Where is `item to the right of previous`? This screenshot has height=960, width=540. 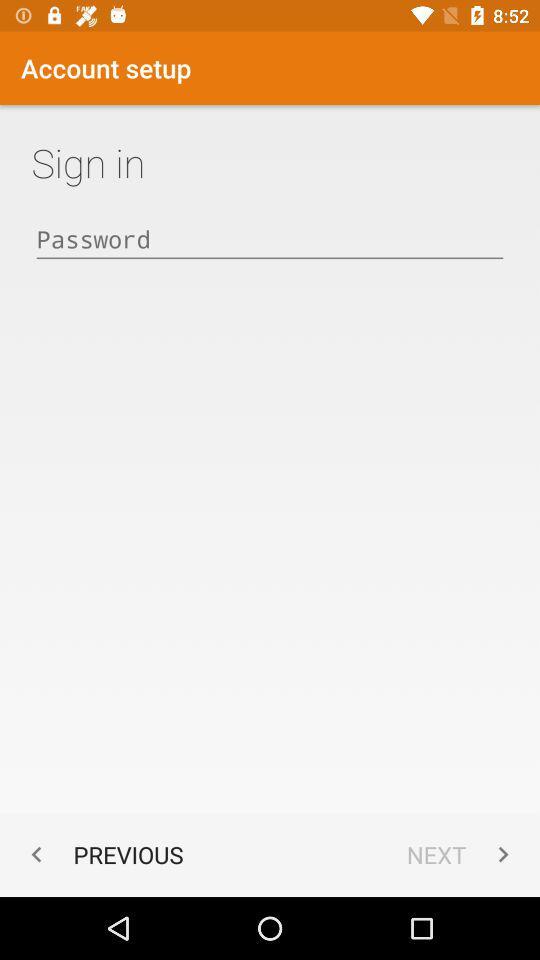
item to the right of previous is located at coordinates (462, 853).